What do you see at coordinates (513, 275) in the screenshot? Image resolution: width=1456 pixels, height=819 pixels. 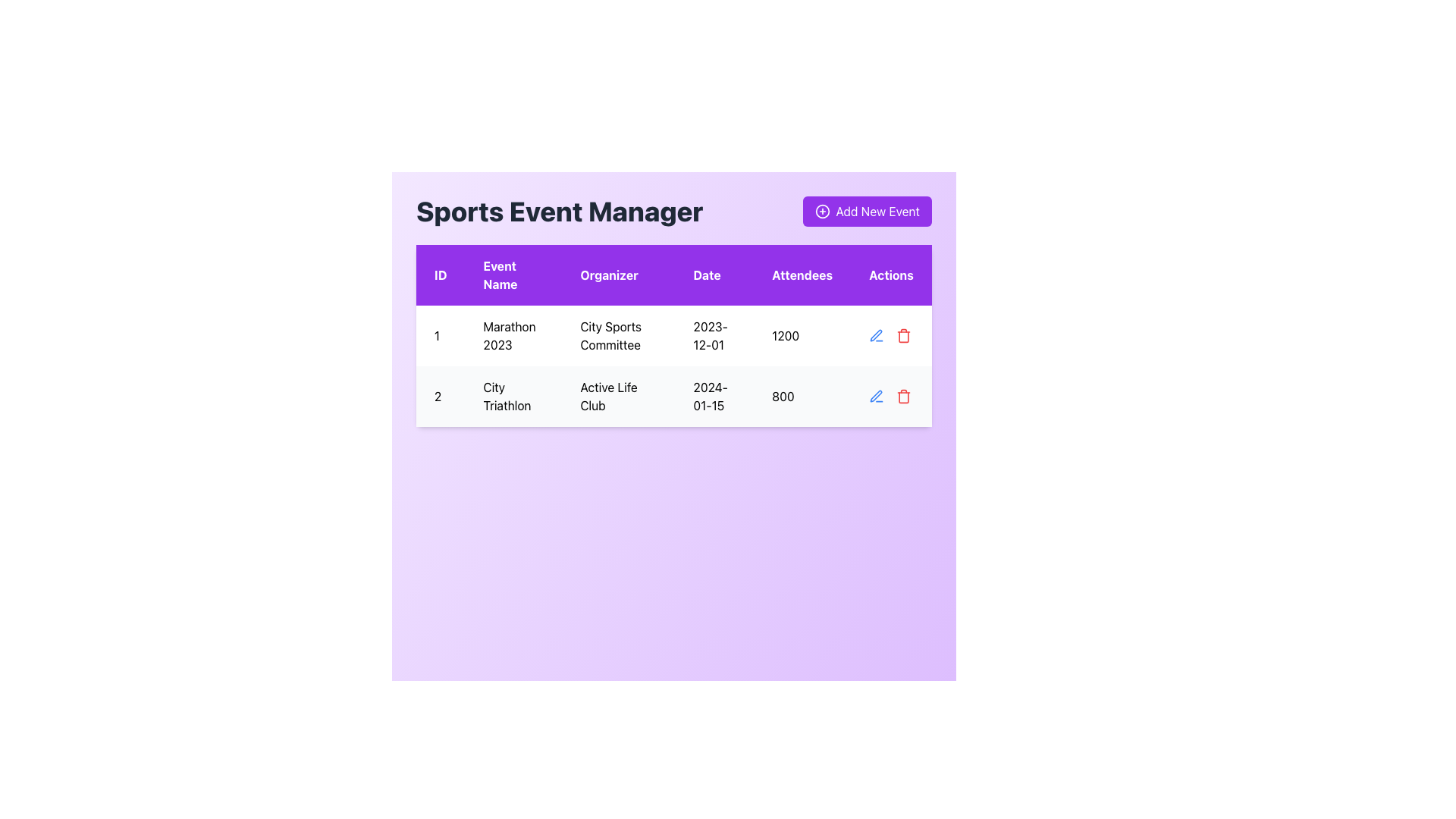 I see `the 'Event Name' label element with a purple background and white text that is centrally aligned within the header row of the data table` at bounding box center [513, 275].